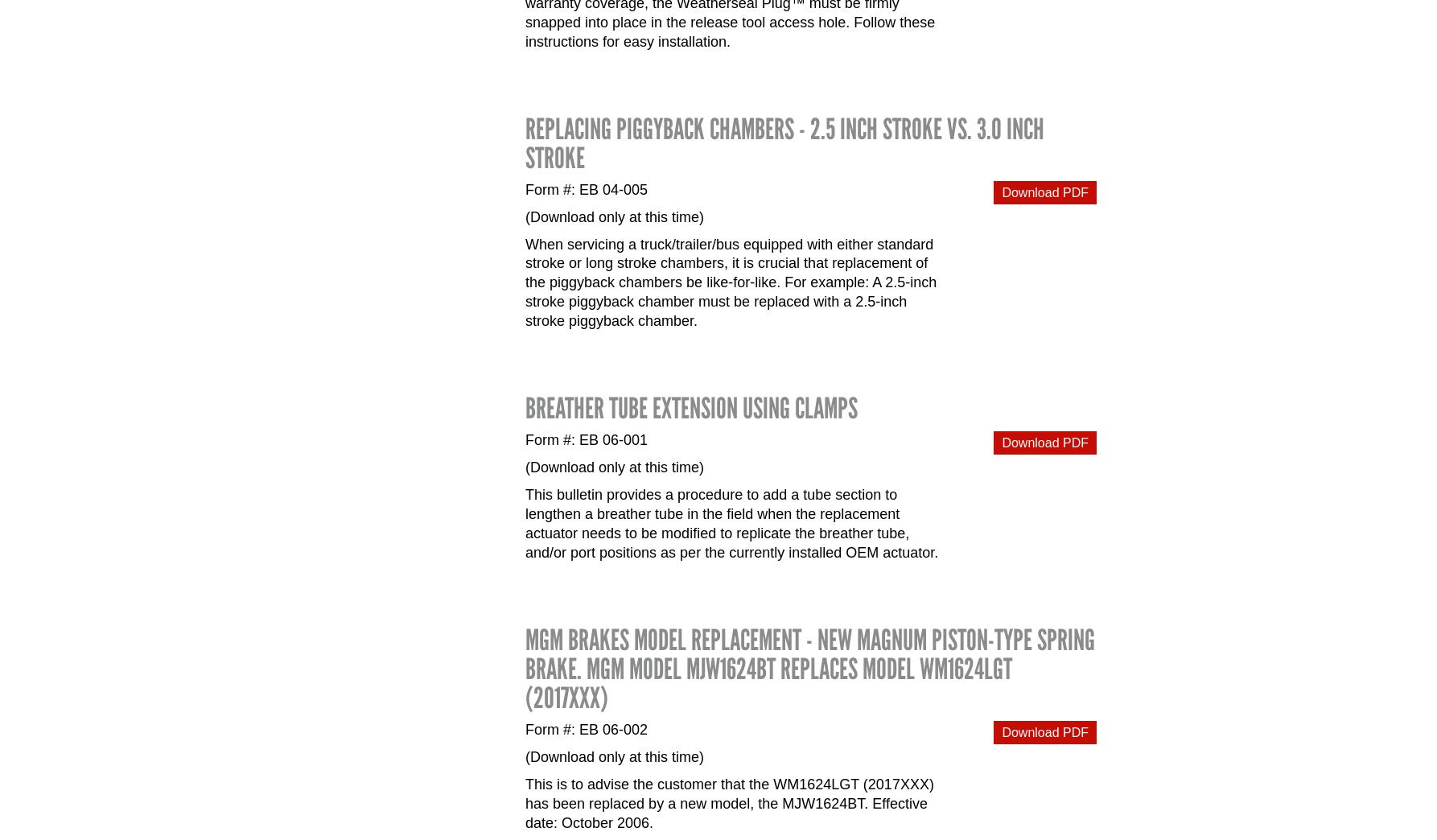 The image size is (1437, 840). I want to click on 'Replacing Piggyback Chambers - 2.5 inch stroke vs. 3.0 inch stroke', so click(784, 142).